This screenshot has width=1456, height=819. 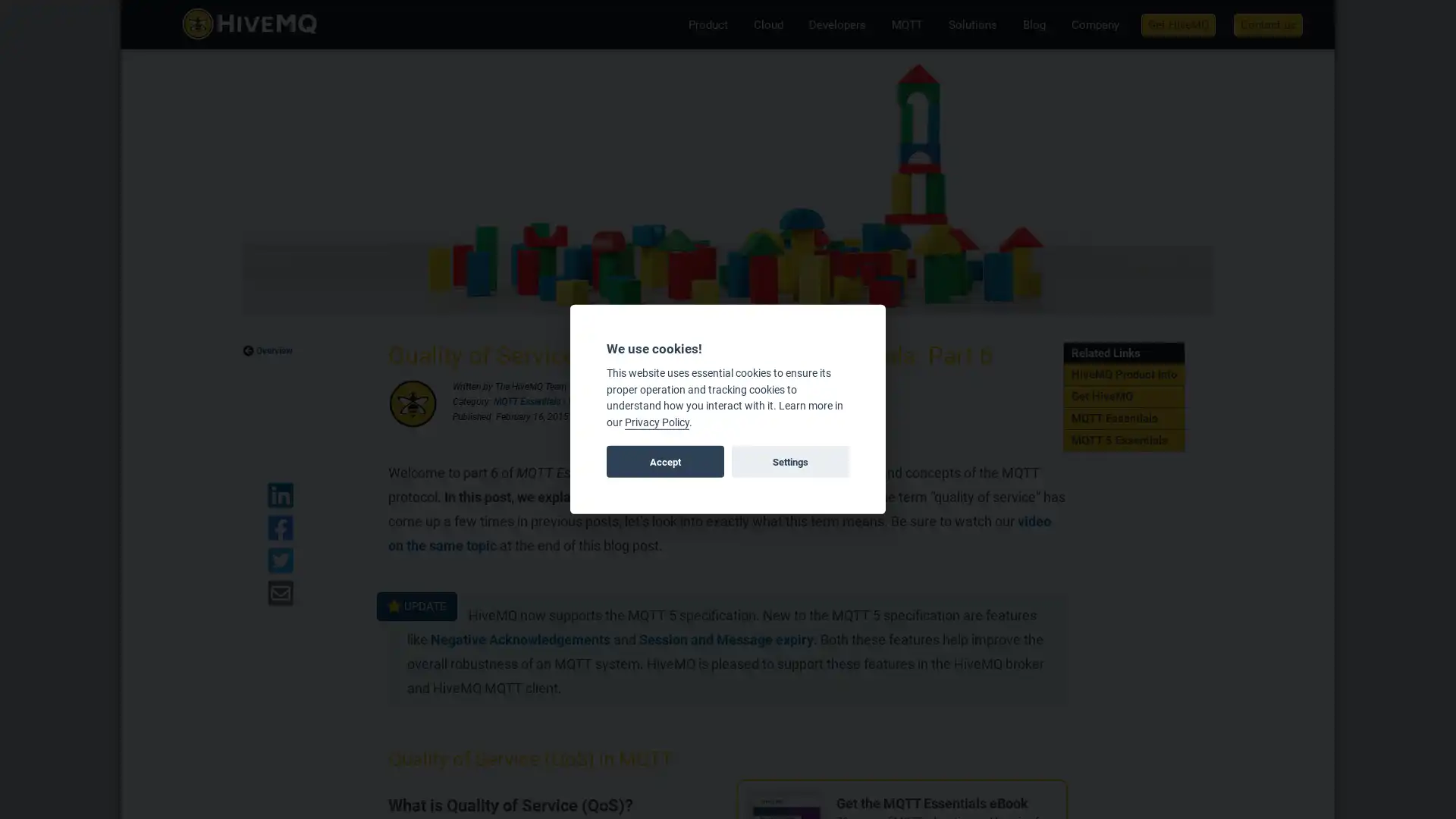 I want to click on Accept, so click(x=665, y=461).